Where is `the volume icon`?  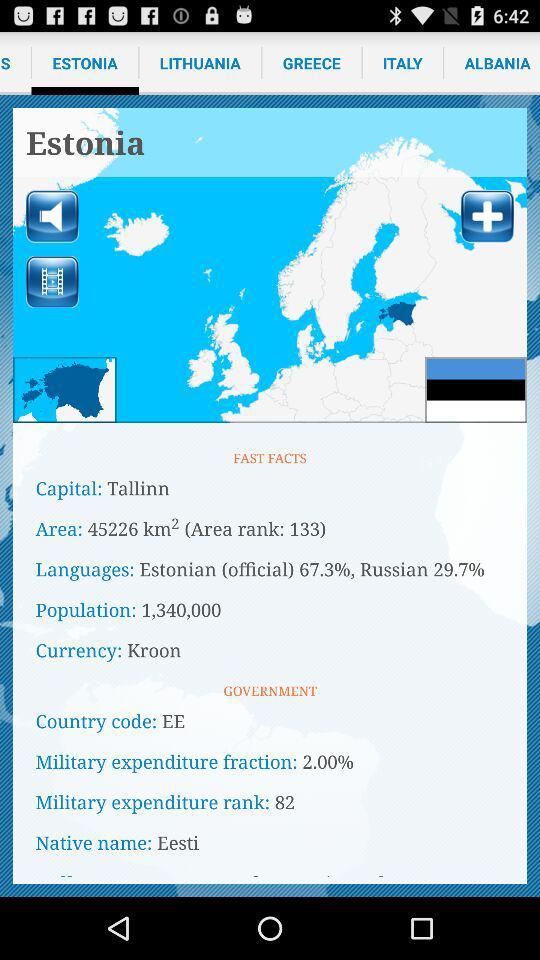
the volume icon is located at coordinates (52, 231).